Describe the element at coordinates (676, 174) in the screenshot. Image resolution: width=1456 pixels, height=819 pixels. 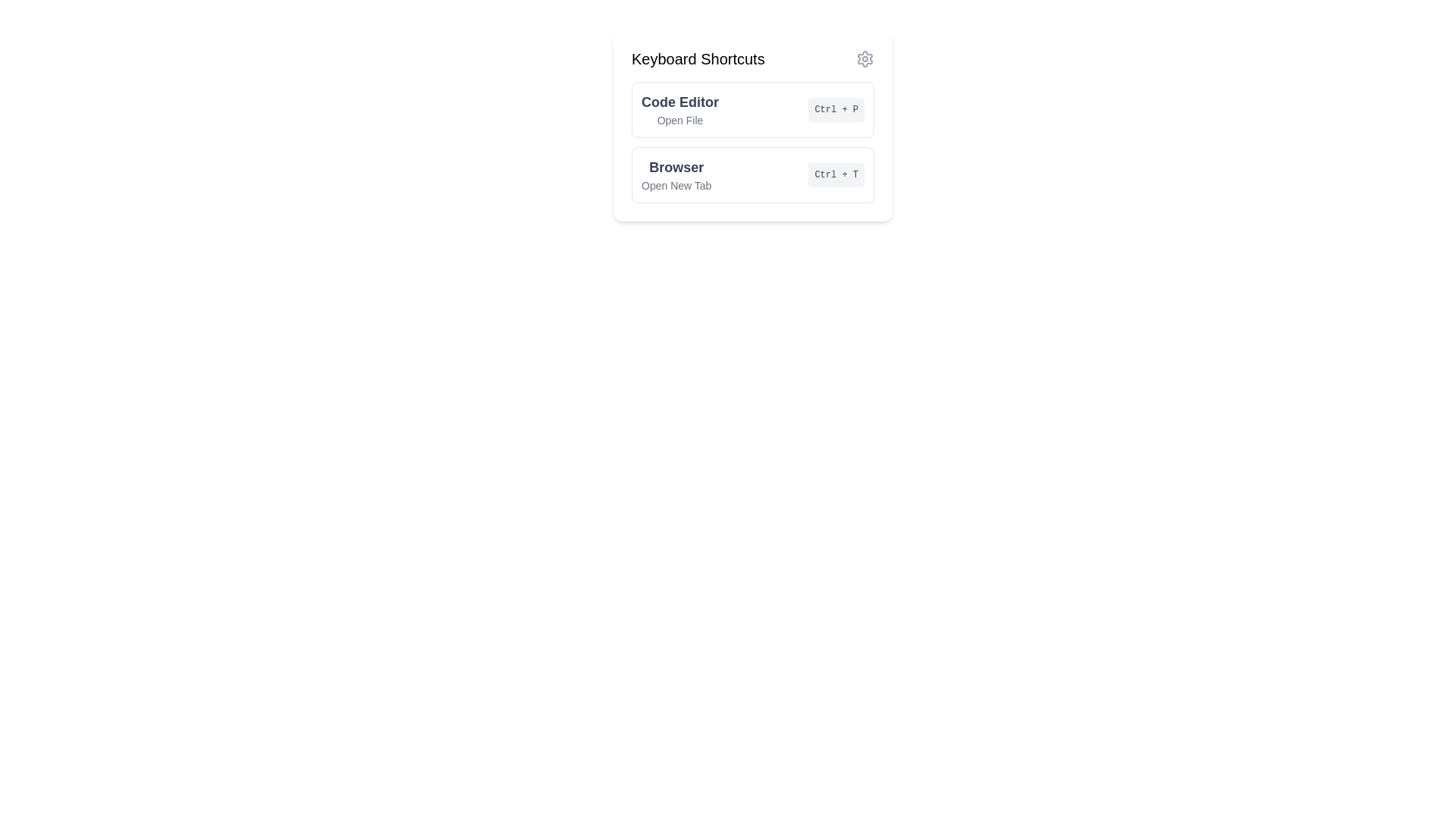
I see `text from the Text block that describes the keyboard shortcut for opening a new browser tab, which is located in the Keyboard Shortcuts section near the 'Ctrl + T' key` at that location.